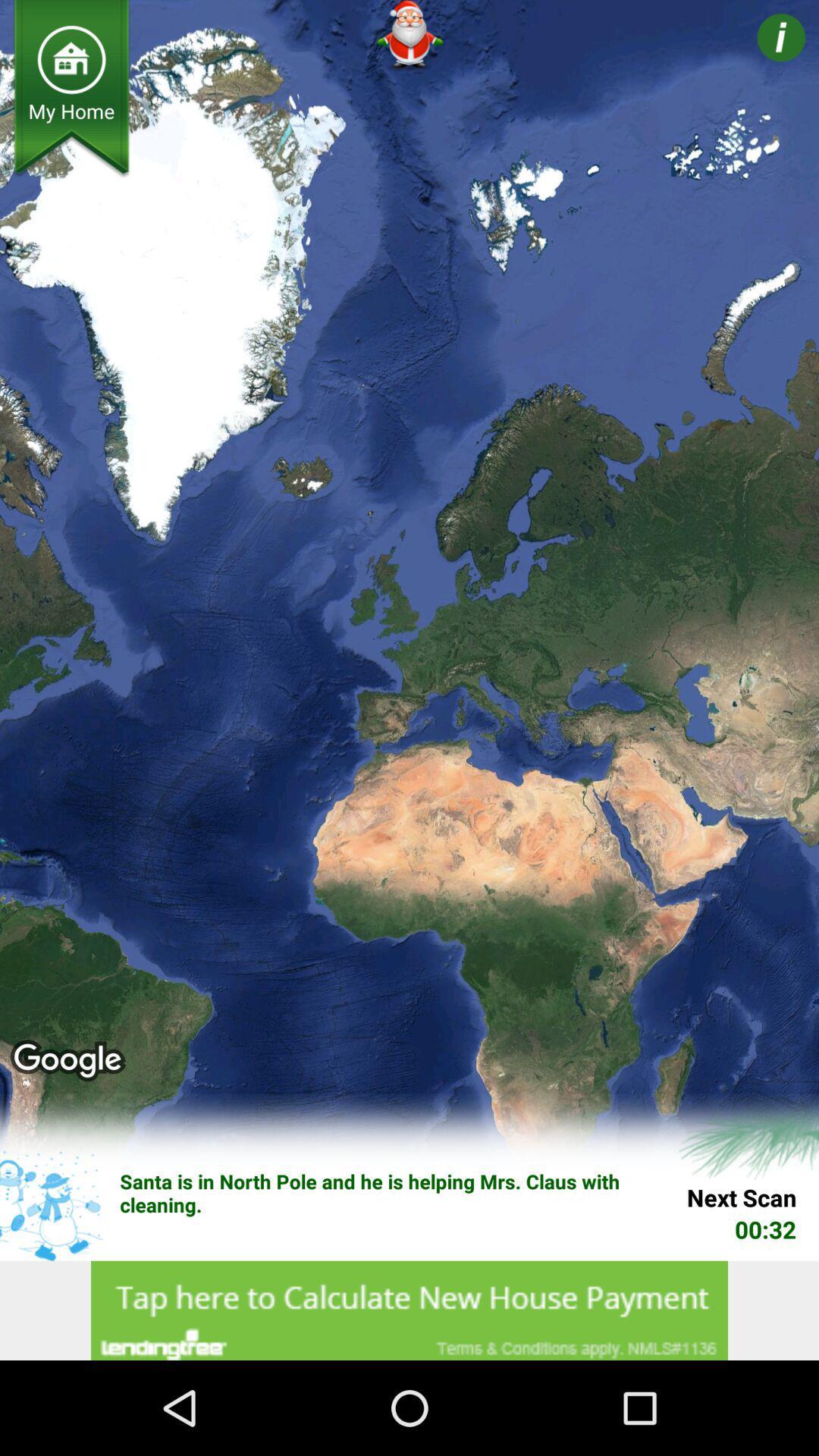  I want to click on for home option, so click(71, 59).